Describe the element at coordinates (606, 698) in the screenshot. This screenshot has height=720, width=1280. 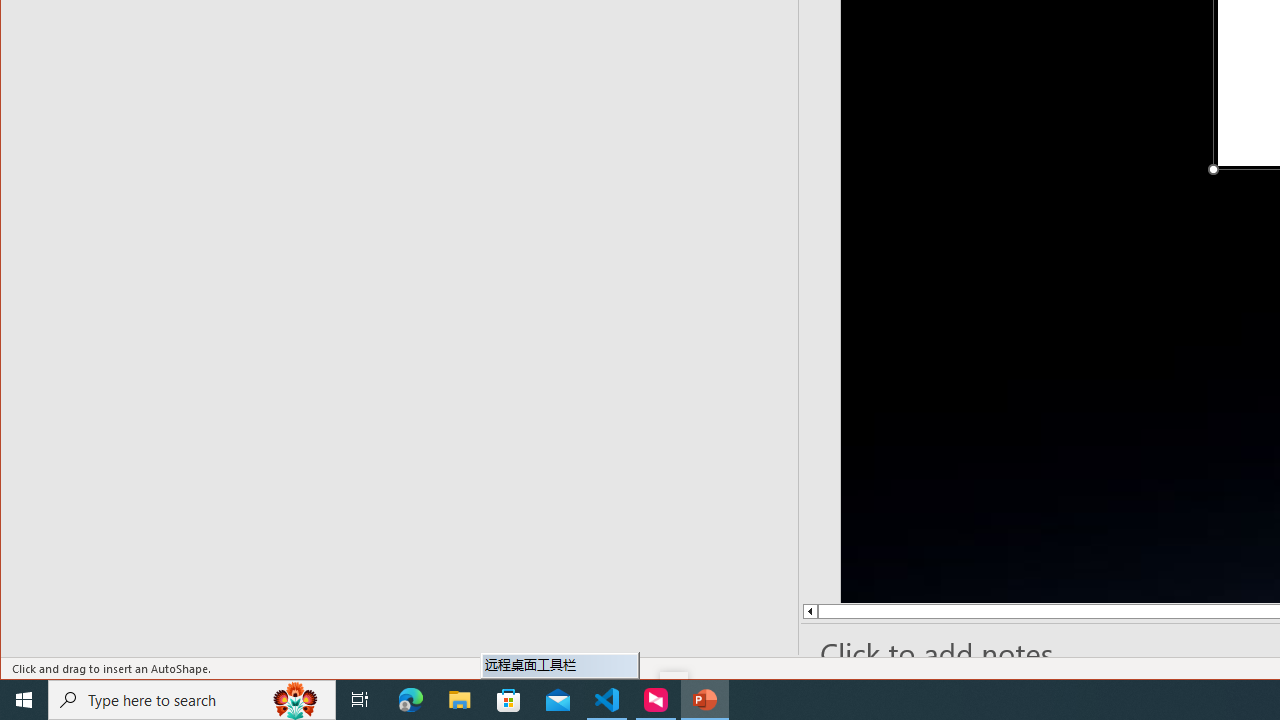
I see `'Visual Studio Code - 1 running window'` at that location.